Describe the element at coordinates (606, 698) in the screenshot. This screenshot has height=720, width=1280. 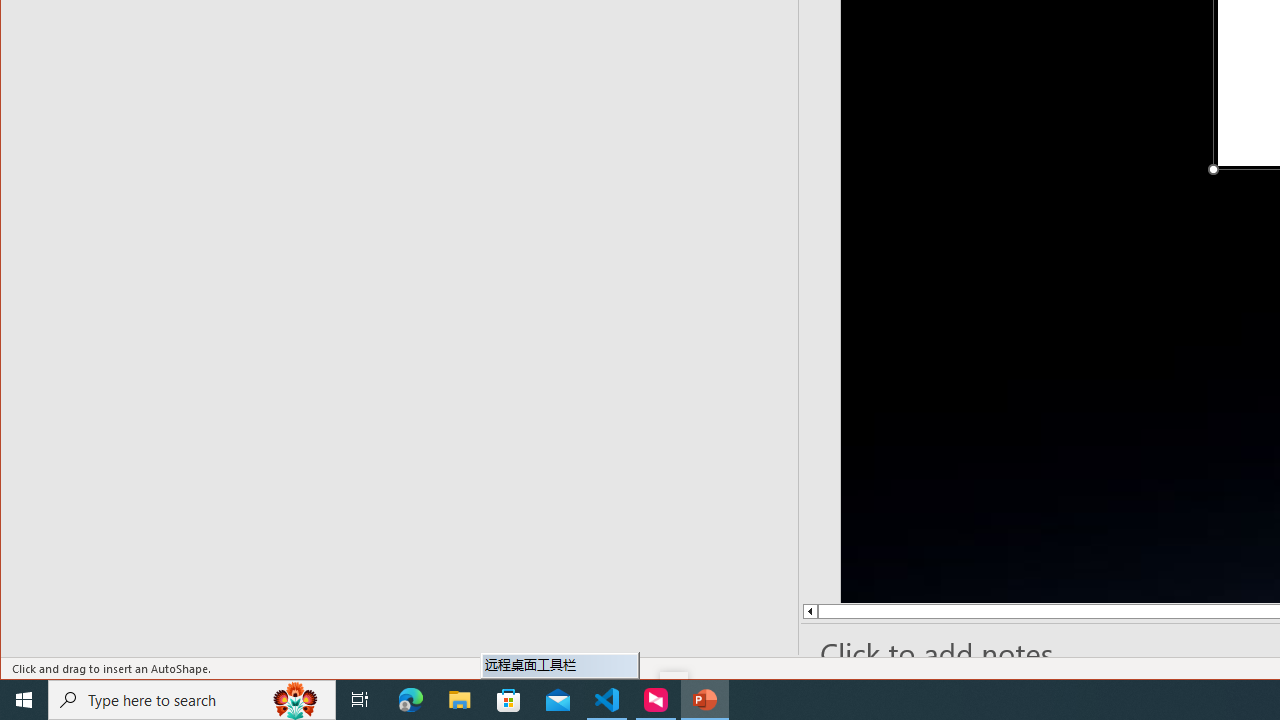
I see `'Visual Studio Code - 1 running window'` at that location.